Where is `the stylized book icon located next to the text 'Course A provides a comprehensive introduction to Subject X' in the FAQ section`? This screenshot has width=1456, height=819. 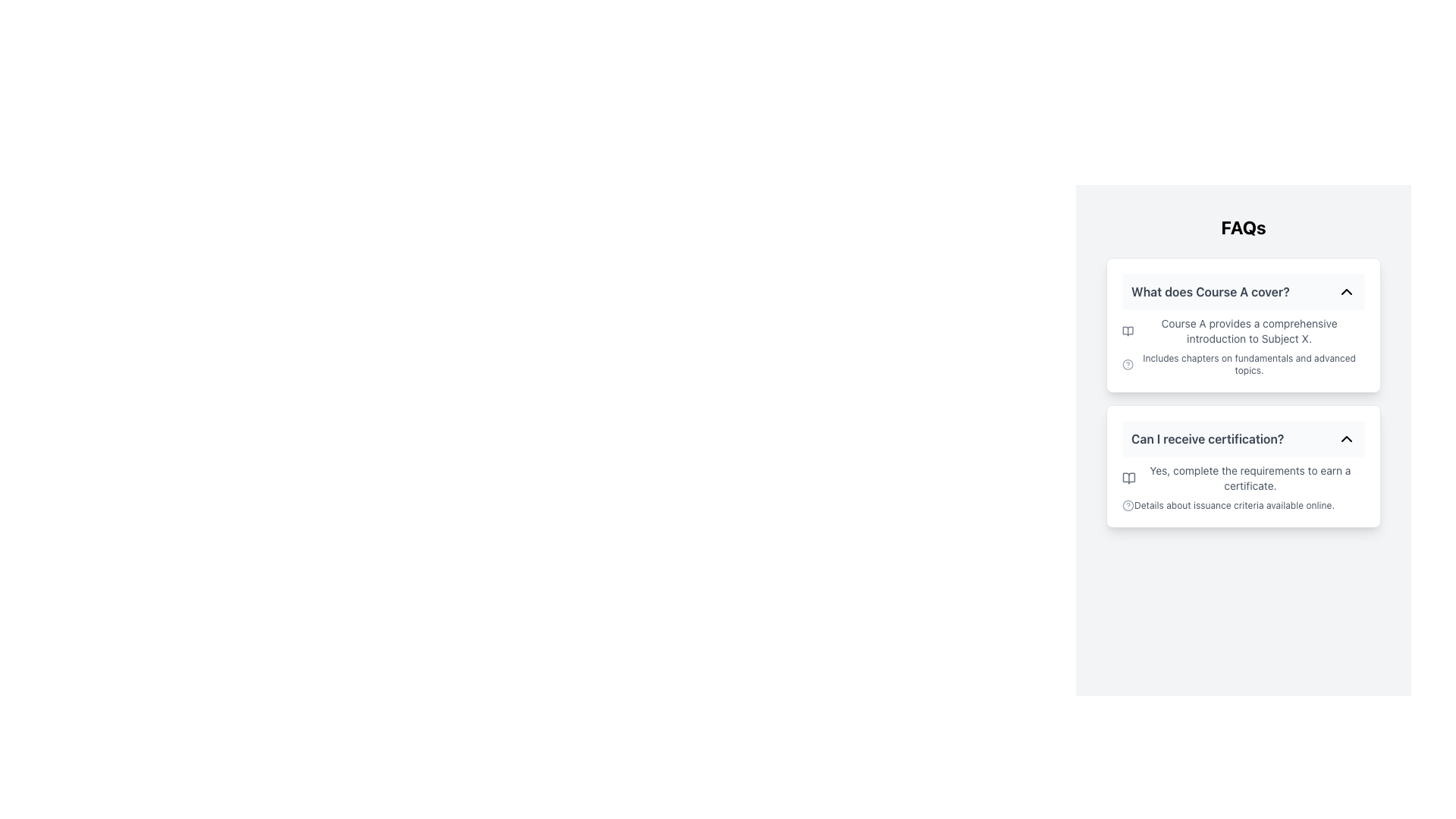 the stylized book icon located next to the text 'Course A provides a comprehensive introduction to Subject X' in the FAQ section is located at coordinates (1128, 330).